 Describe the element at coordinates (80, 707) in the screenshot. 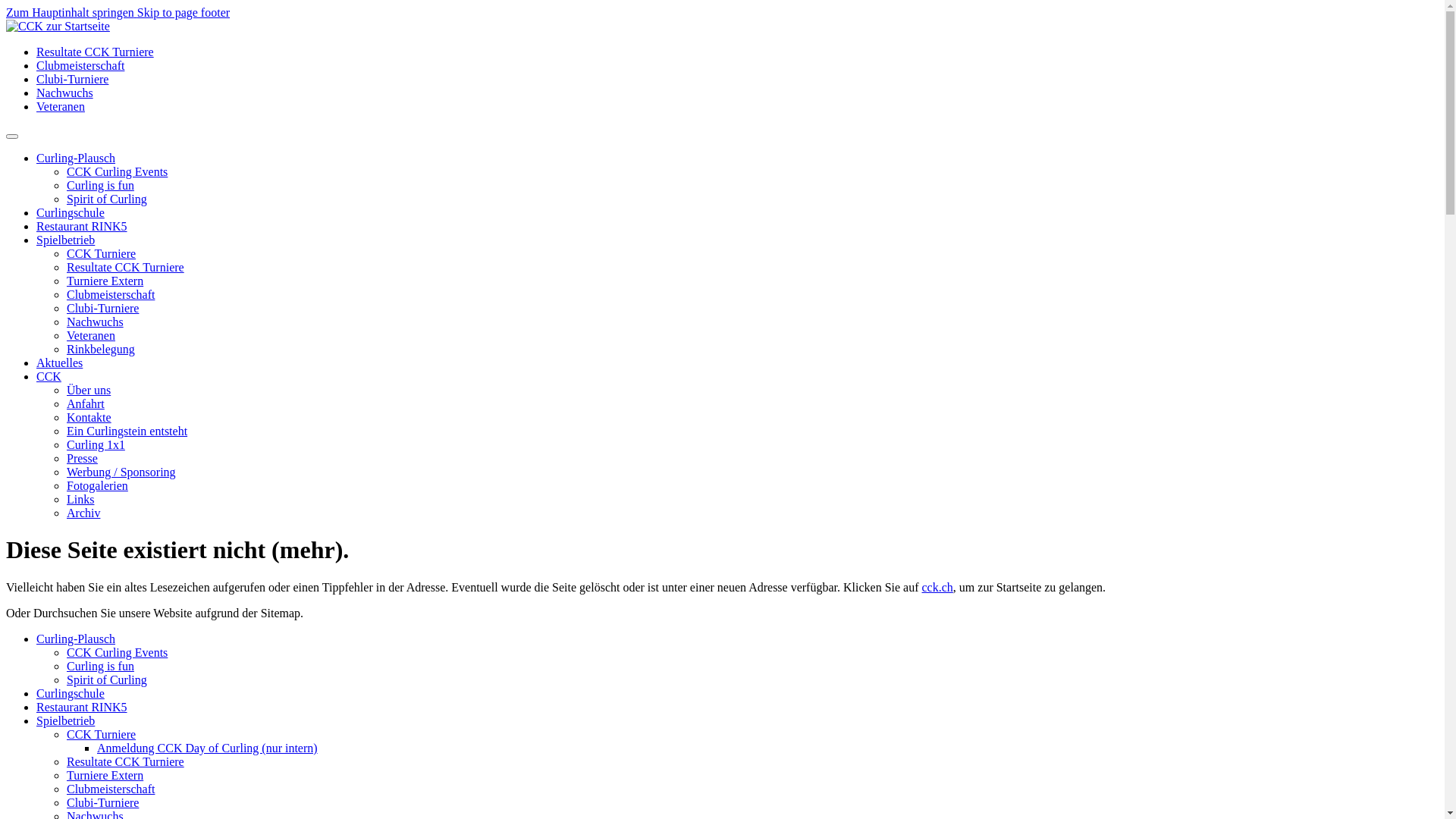

I see `'Restaurant RINK5'` at that location.